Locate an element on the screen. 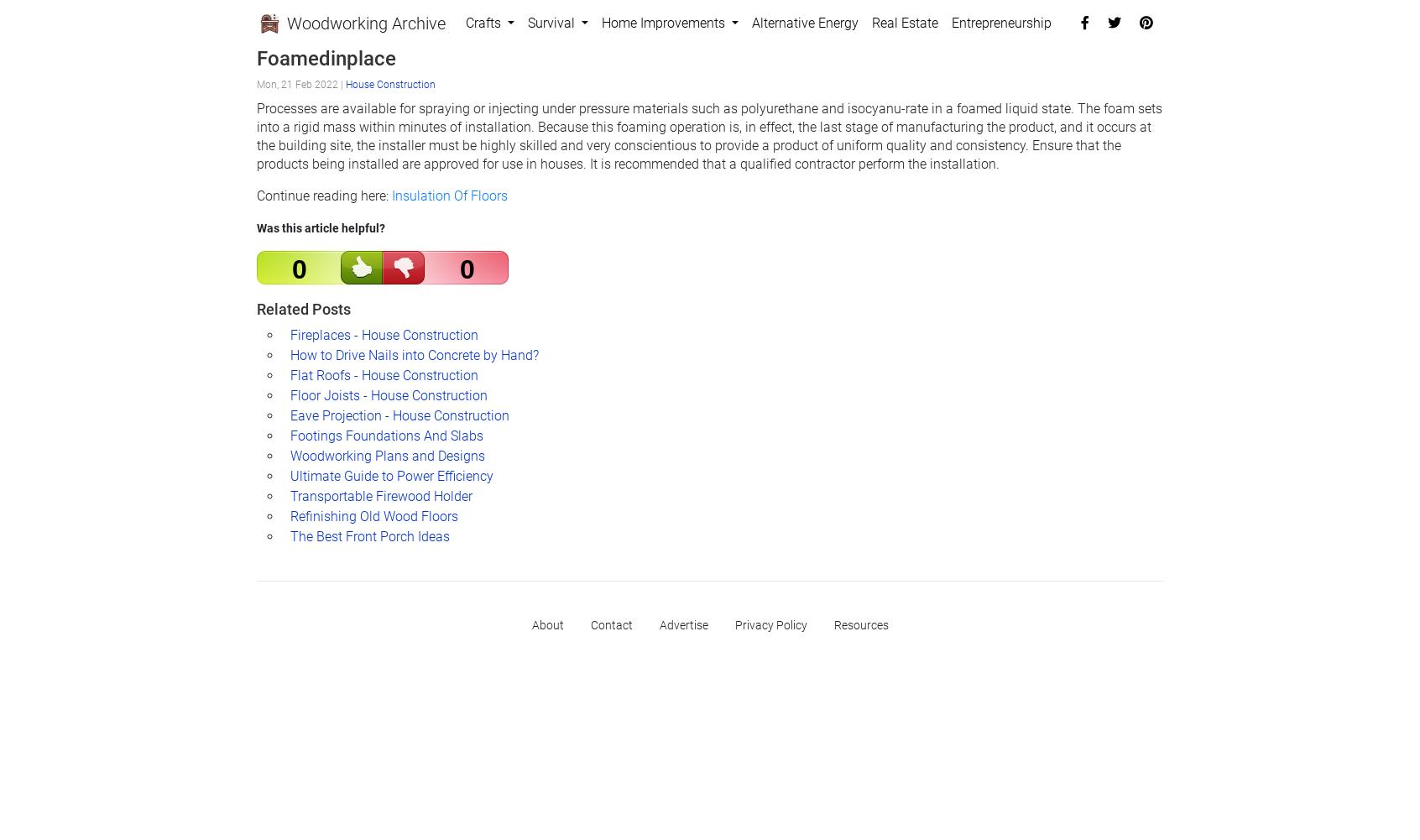 The image size is (1420, 840). 'Woodworking Archive' is located at coordinates (363, 23).